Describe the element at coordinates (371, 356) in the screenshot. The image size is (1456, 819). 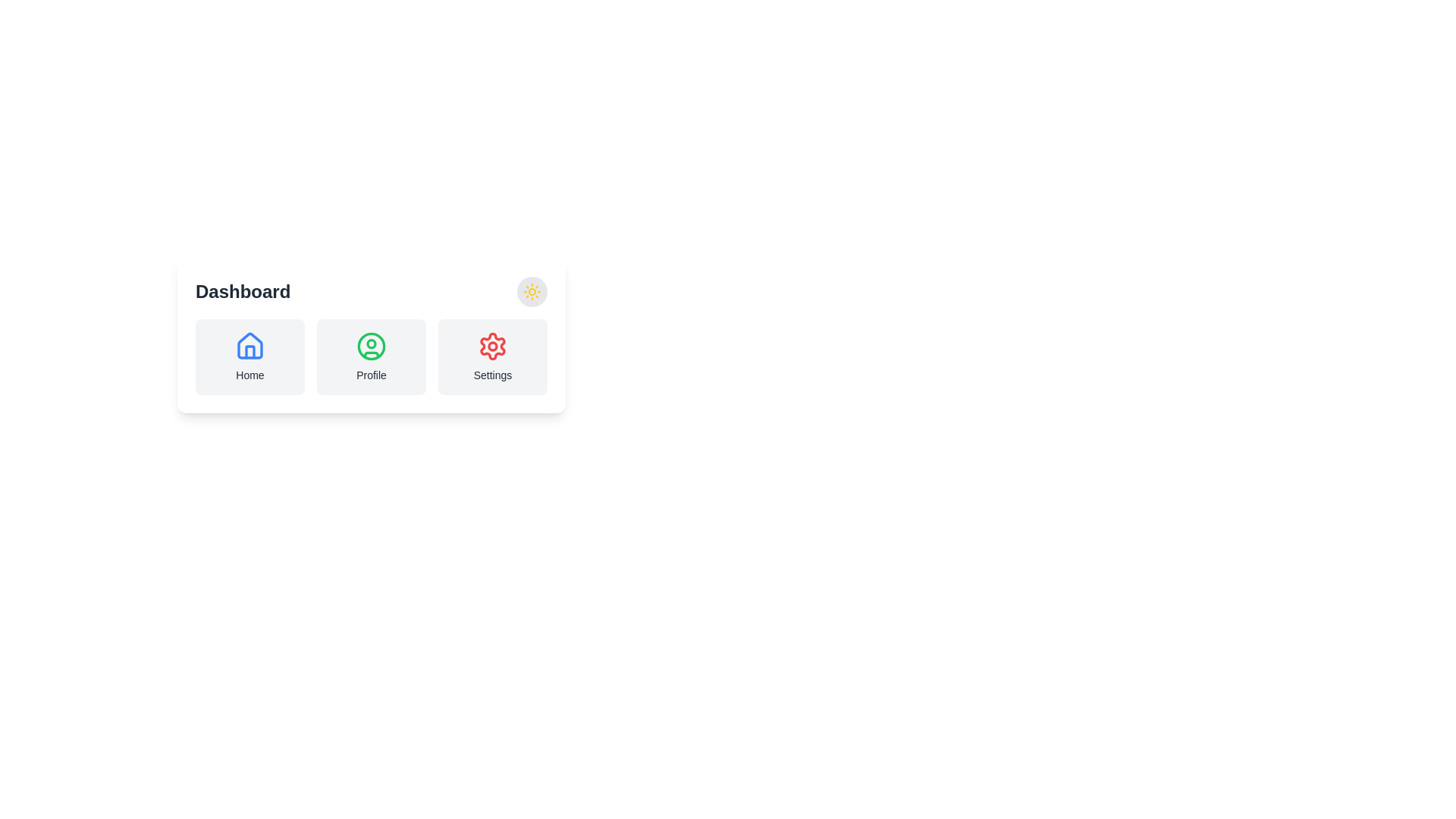
I see `the navigation button that accesses the 'Profile' section` at that location.